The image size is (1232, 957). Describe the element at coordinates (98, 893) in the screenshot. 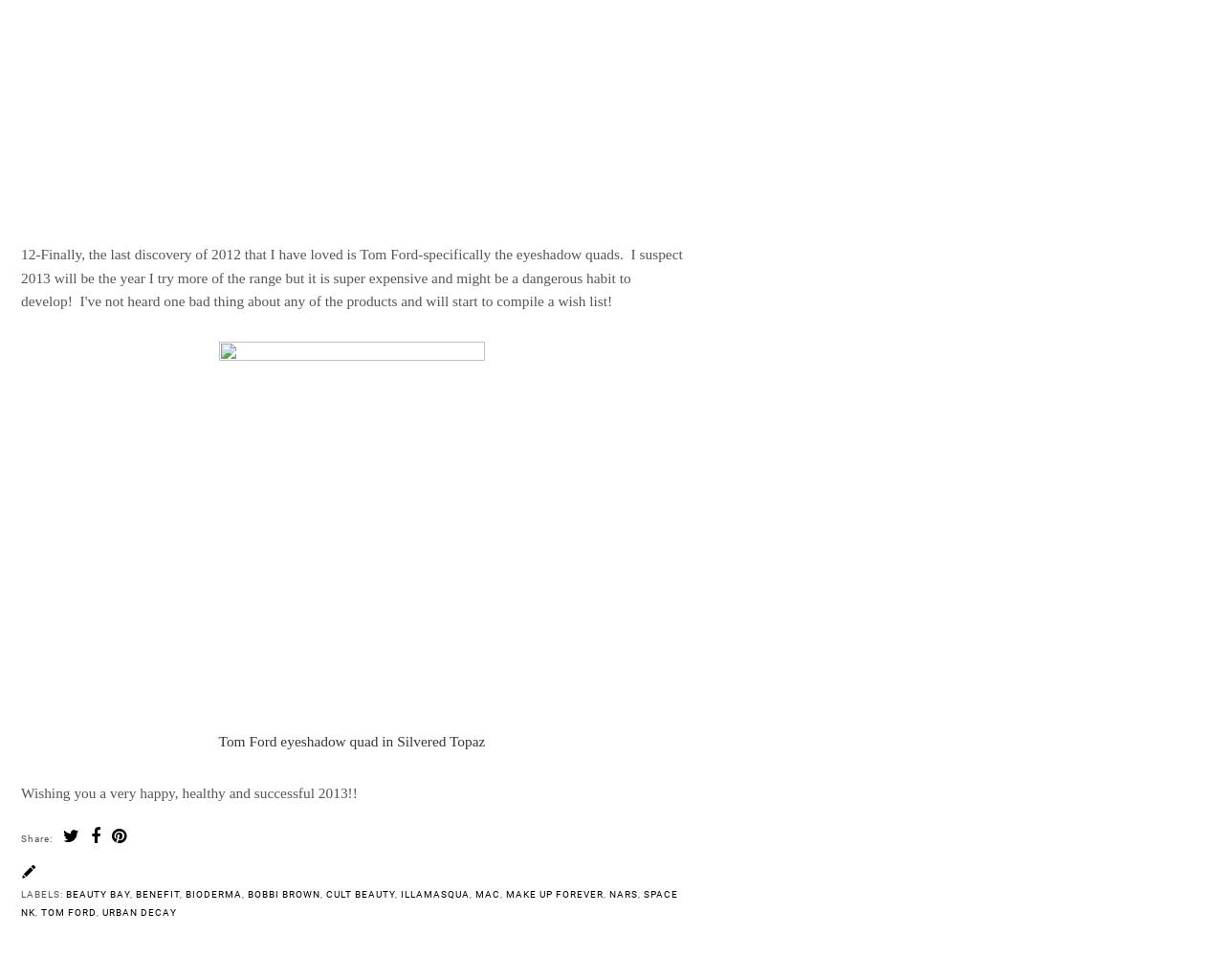

I see `'Beauty Bay'` at that location.